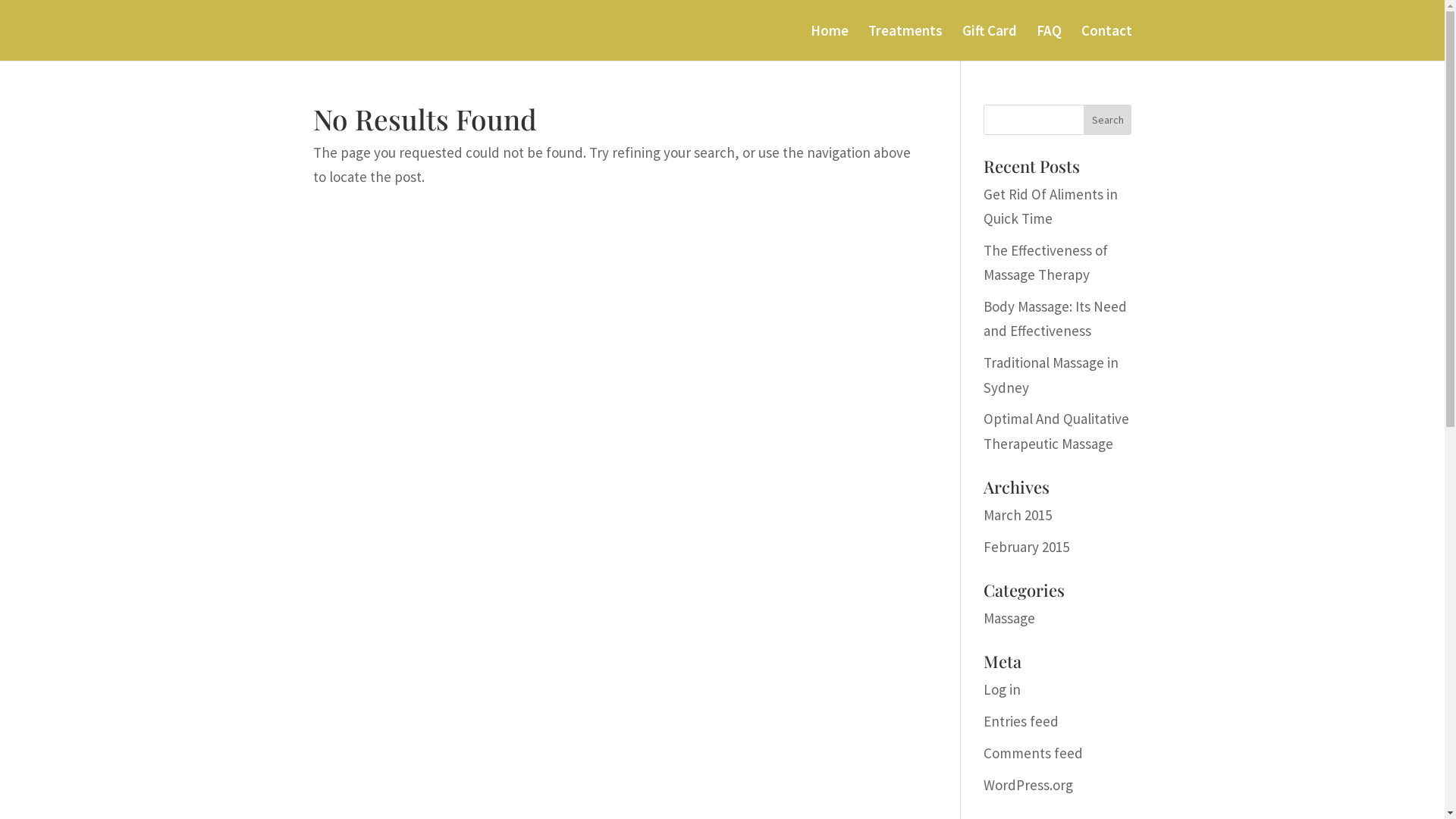  I want to click on 'Search', so click(1107, 119).